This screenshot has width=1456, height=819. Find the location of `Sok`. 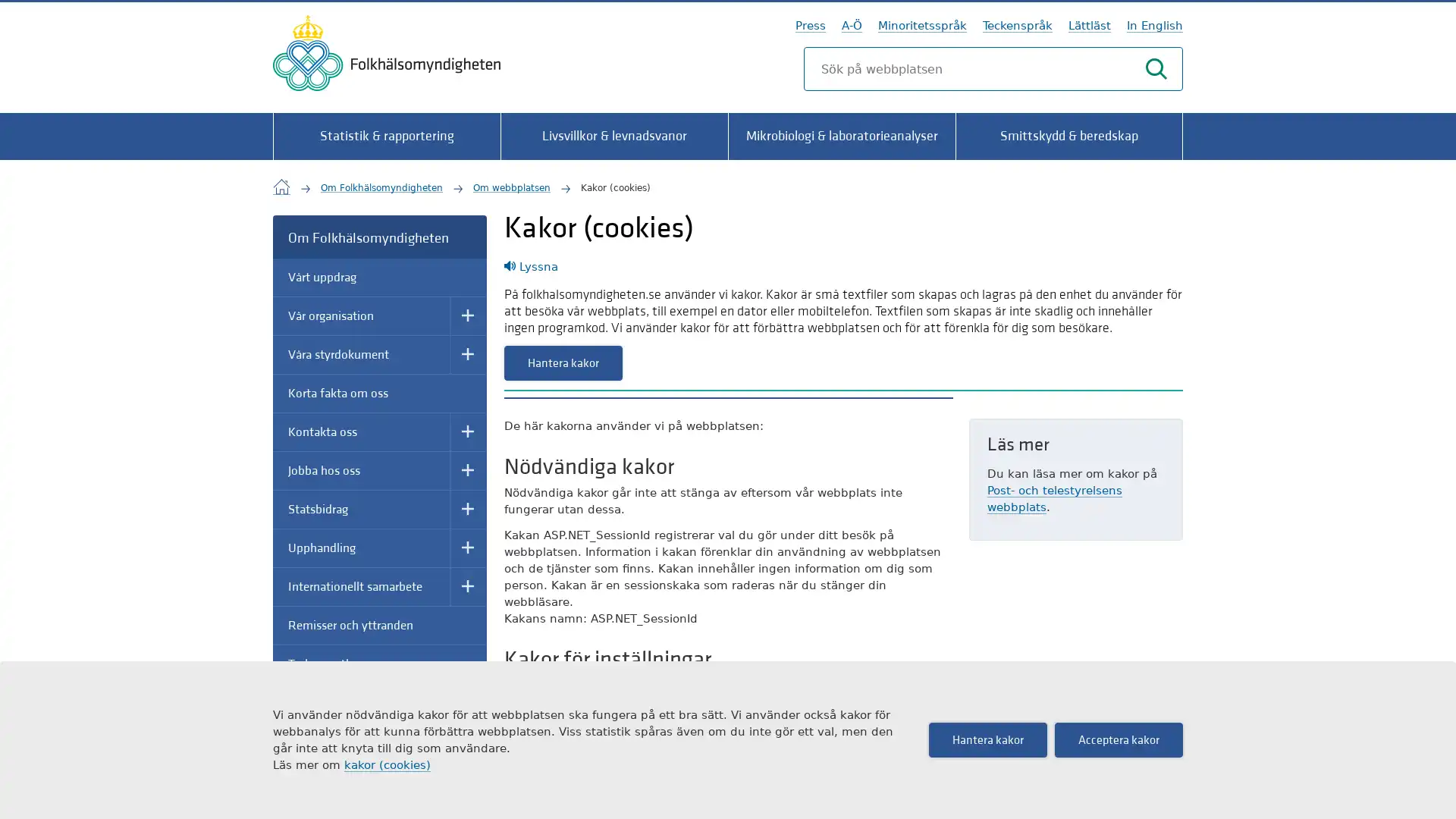

Sok is located at coordinates (1156, 69).